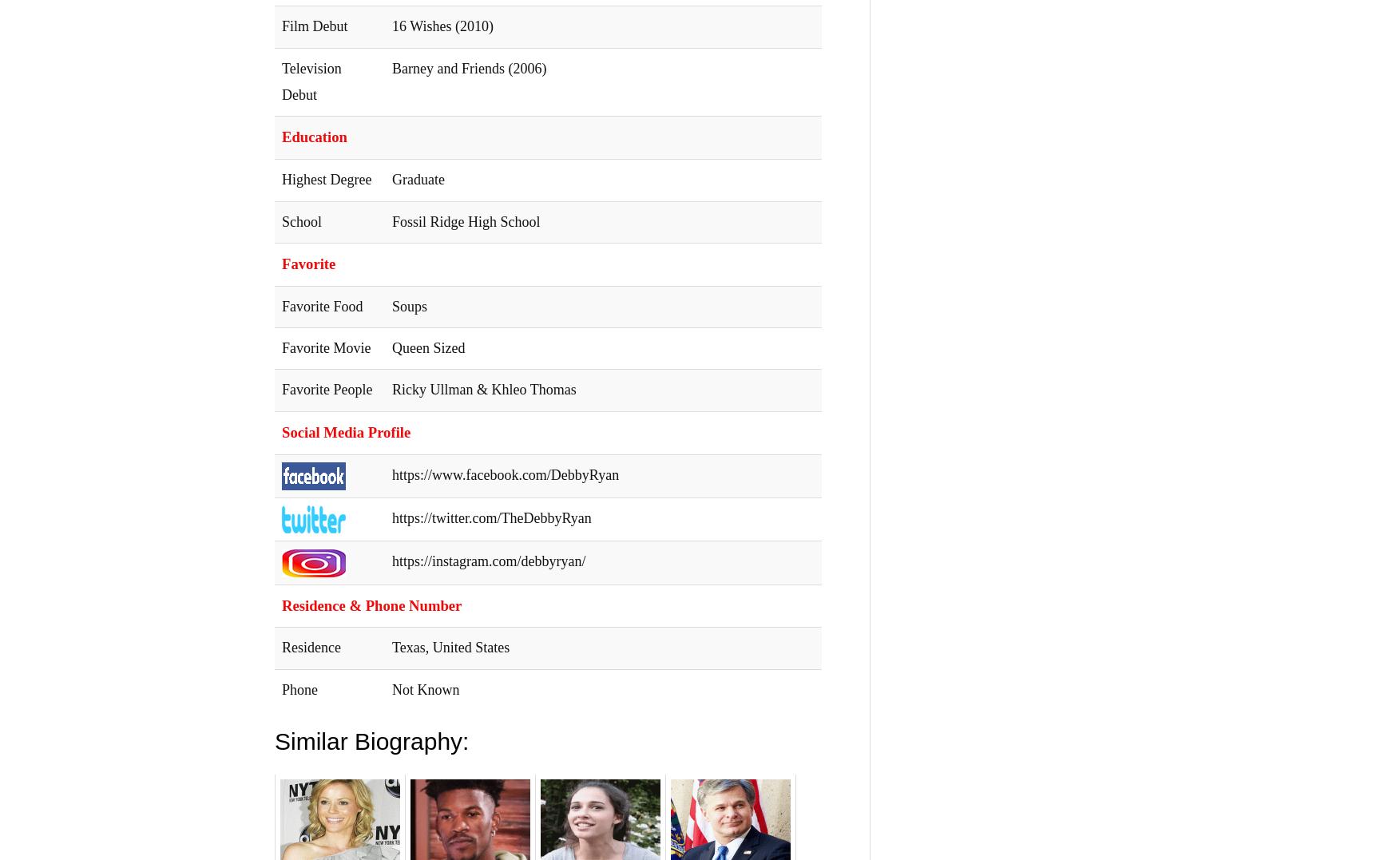 The height and width of the screenshot is (860, 1400). Describe the element at coordinates (392, 473) in the screenshot. I see `'https://www.facebook.com/DebbyRyan'` at that location.